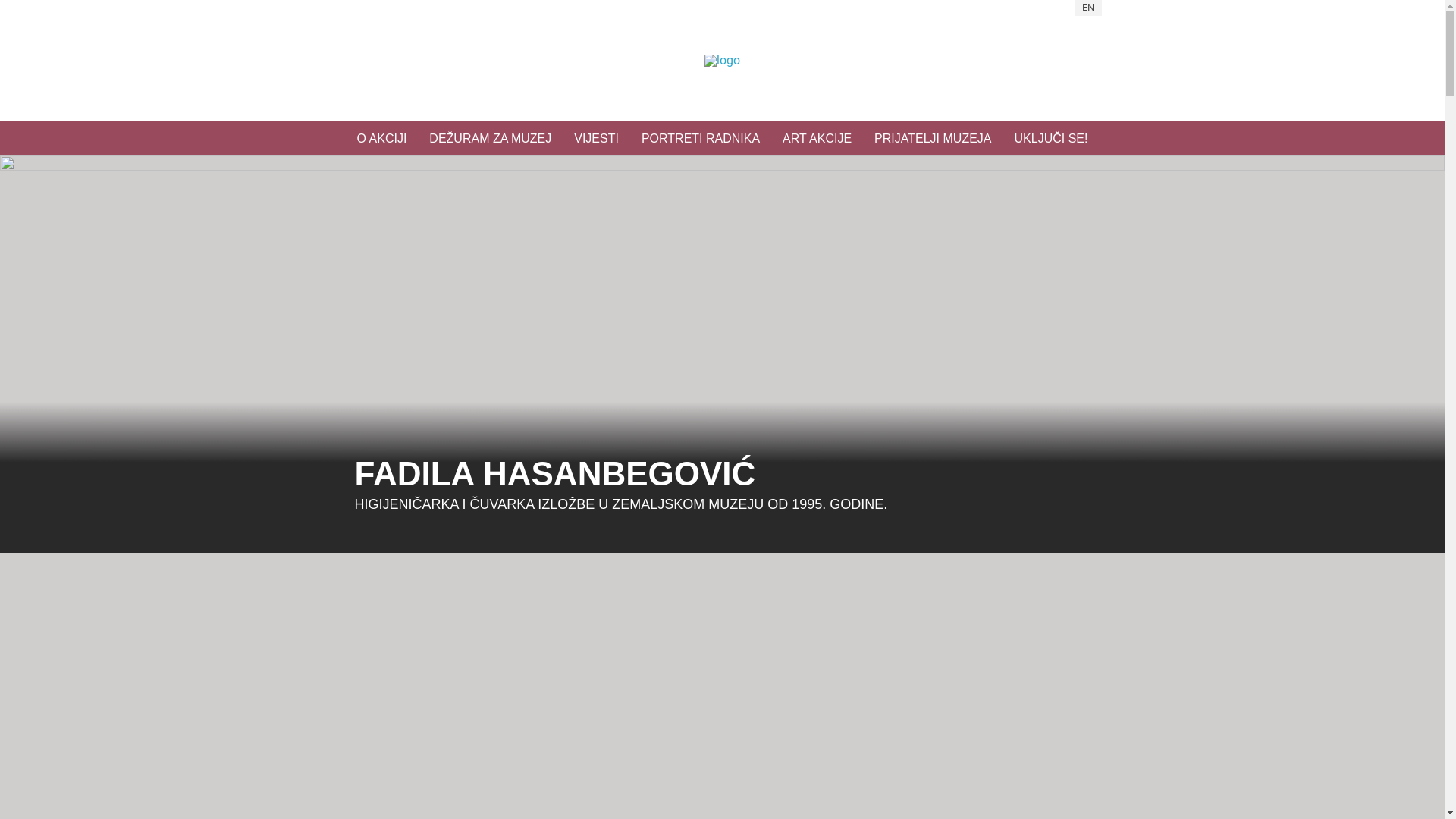 Image resolution: width=1456 pixels, height=819 pixels. I want to click on 'Skip to main content', so click(55, 0).